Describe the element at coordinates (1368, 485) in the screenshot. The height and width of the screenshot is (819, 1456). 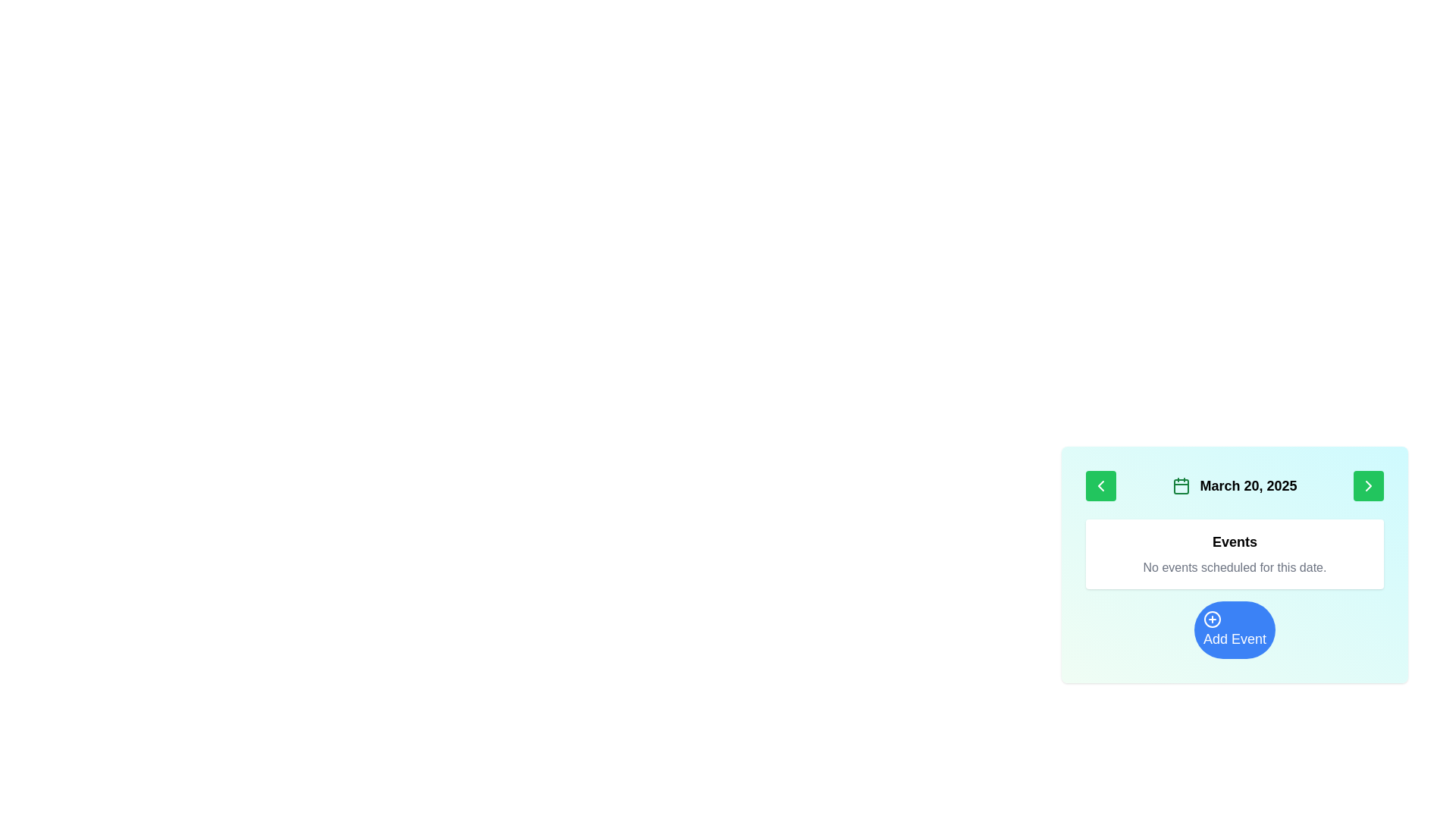
I see `the rightward-pointing arrow icon in the top-right corner of the calendar interface, which is used for navigation to the next item` at that location.